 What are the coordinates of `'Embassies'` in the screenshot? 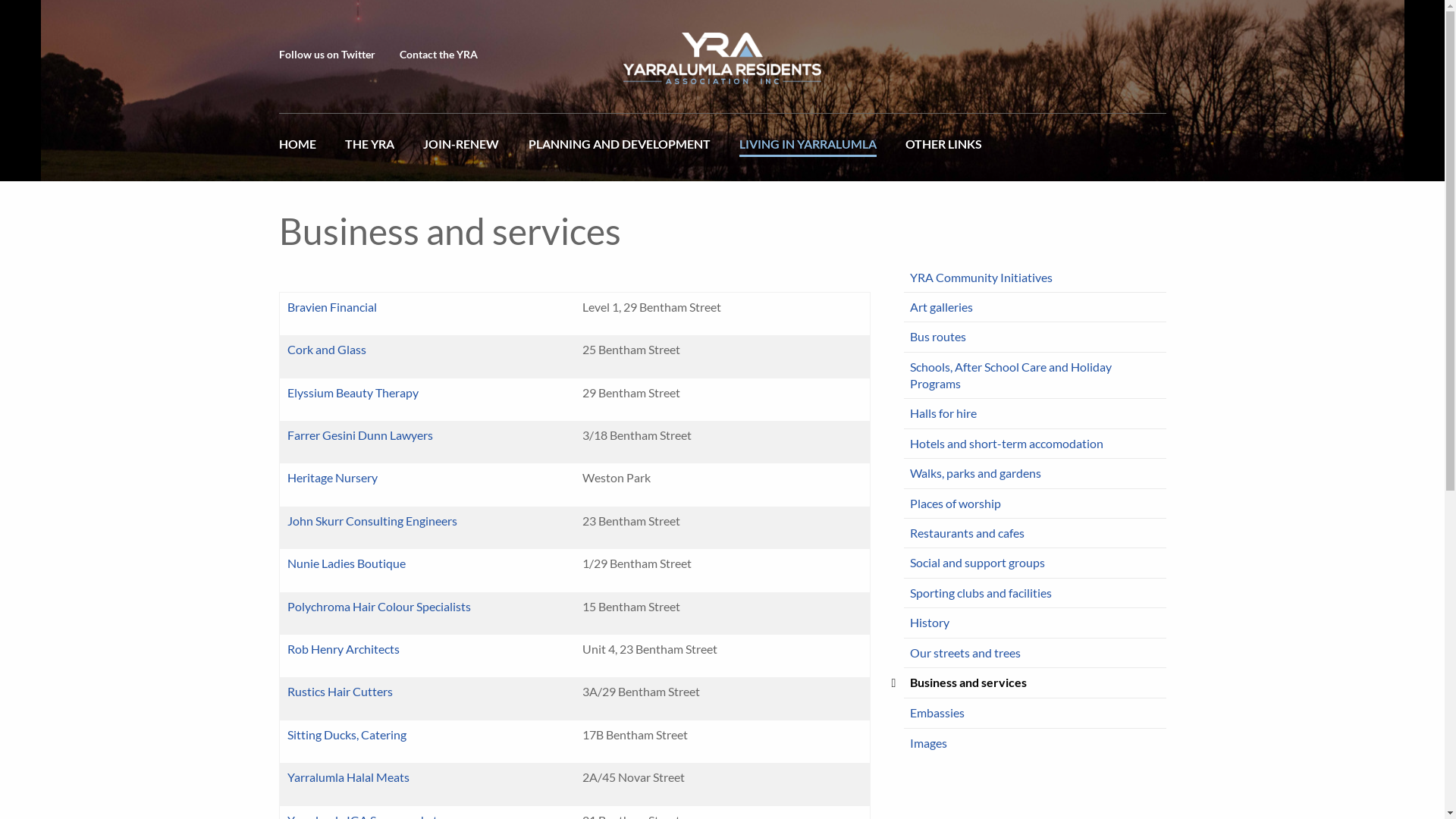 It's located at (1034, 713).